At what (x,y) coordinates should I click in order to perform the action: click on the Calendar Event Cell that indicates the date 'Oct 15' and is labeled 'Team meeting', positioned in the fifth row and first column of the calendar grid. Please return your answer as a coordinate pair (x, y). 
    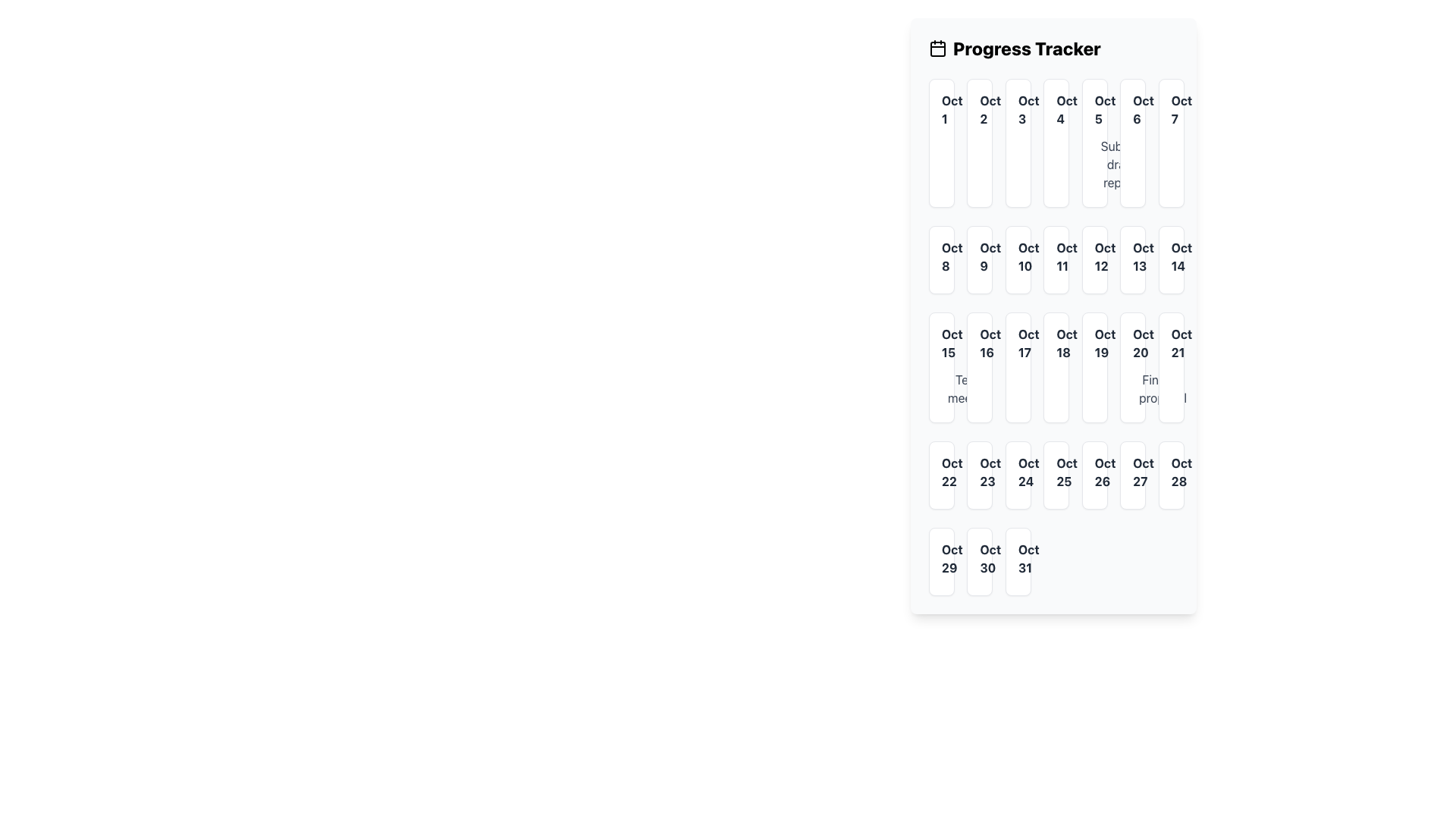
    Looking at the image, I should click on (941, 368).